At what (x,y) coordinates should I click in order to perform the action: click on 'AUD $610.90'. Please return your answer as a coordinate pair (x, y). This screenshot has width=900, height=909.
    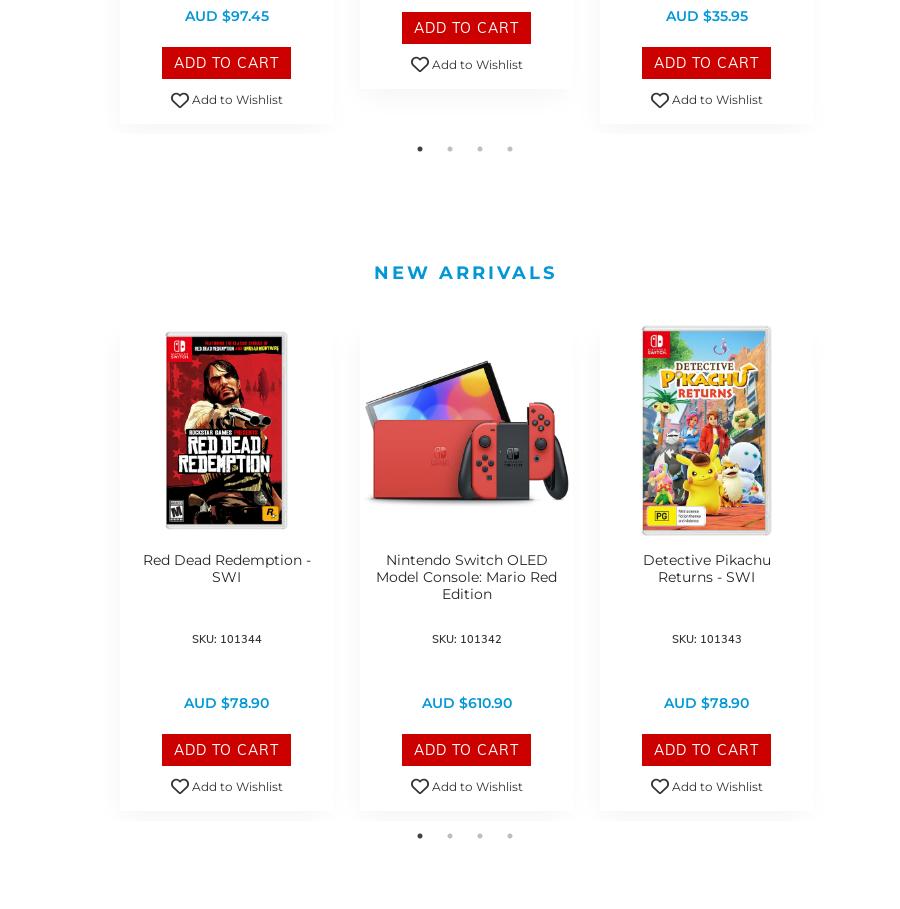
    Looking at the image, I should click on (421, 701).